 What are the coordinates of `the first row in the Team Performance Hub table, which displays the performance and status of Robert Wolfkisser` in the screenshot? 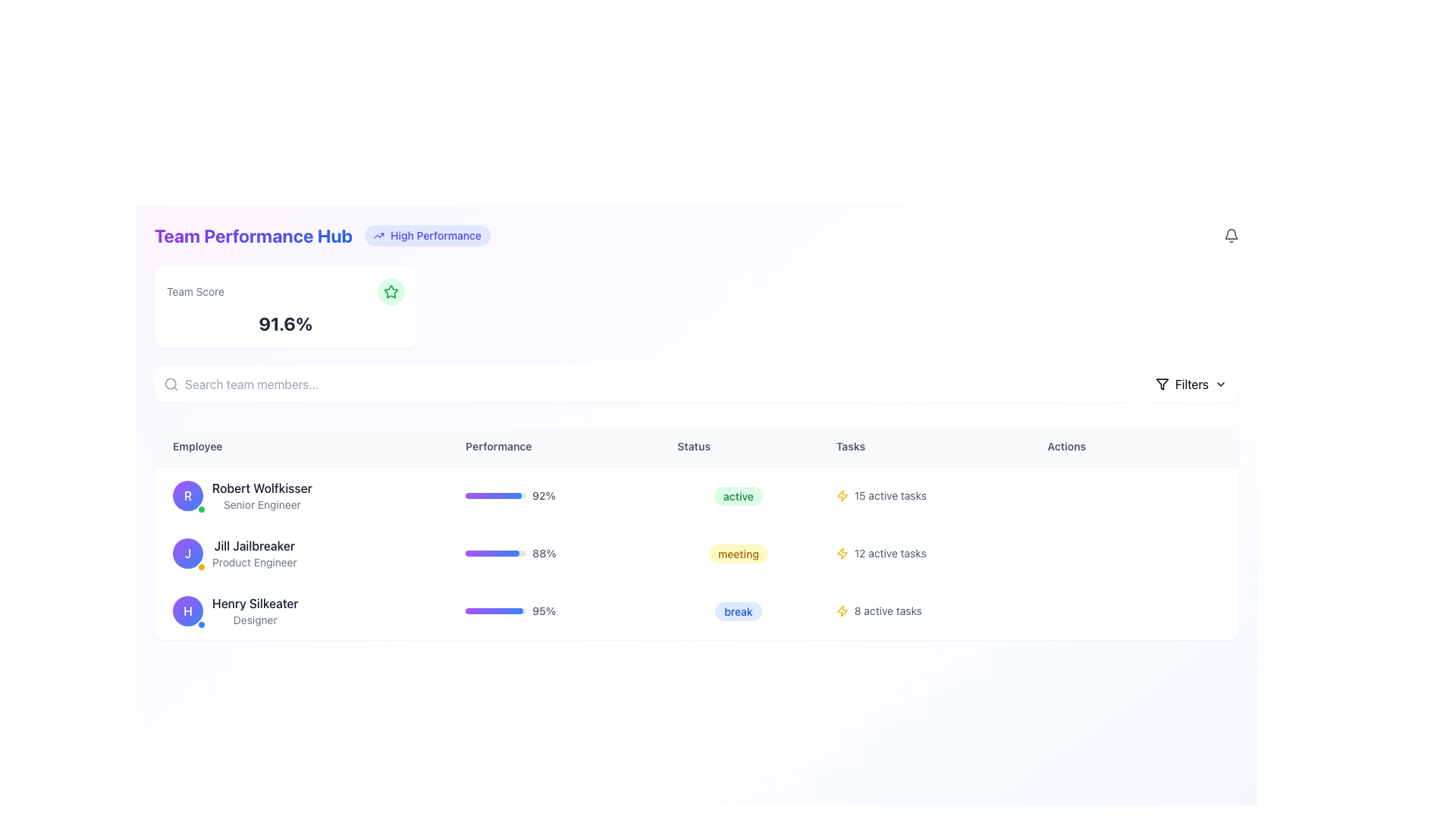 It's located at (695, 495).